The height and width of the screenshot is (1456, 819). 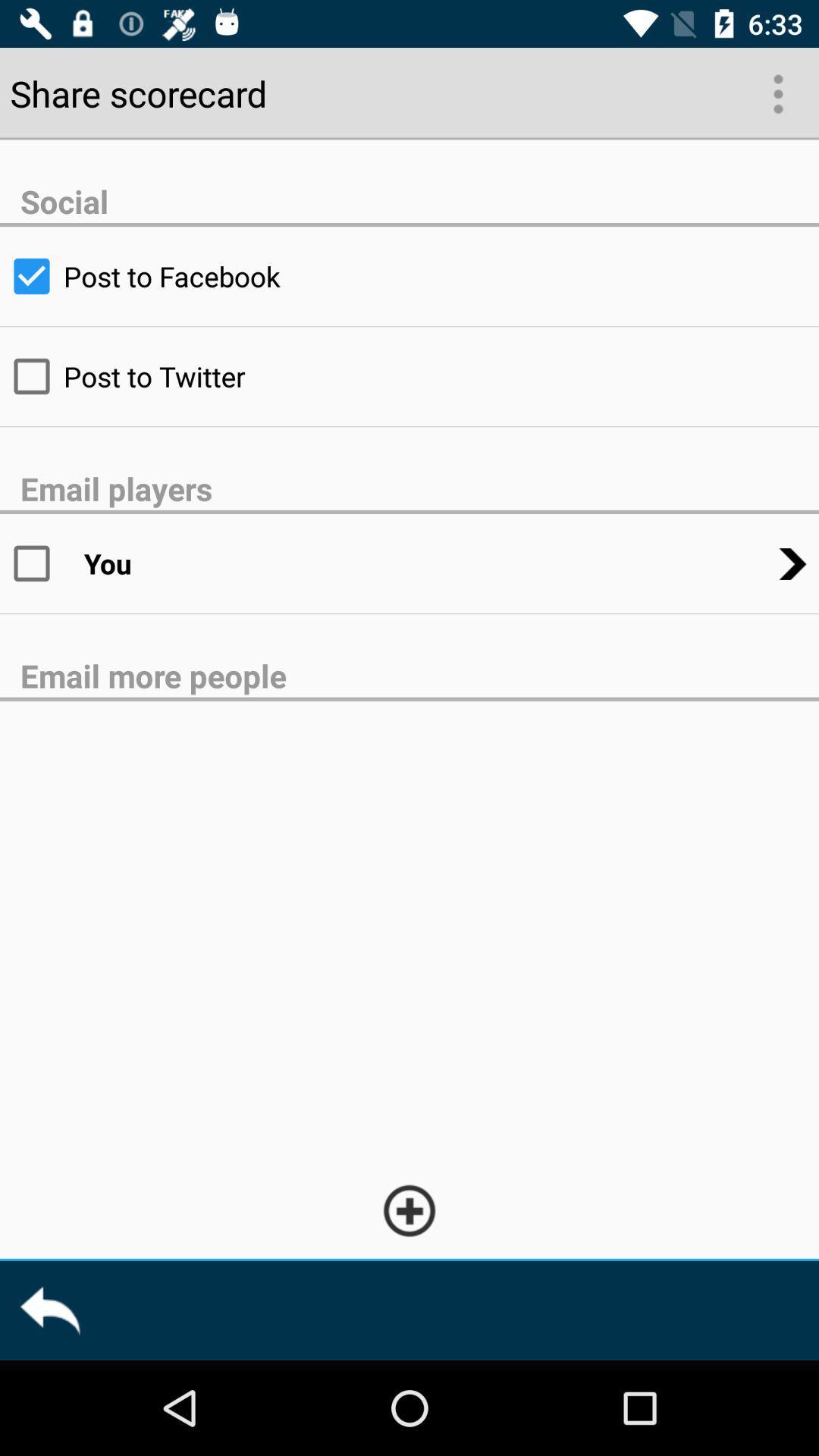 I want to click on open add more option, so click(x=409, y=1210).